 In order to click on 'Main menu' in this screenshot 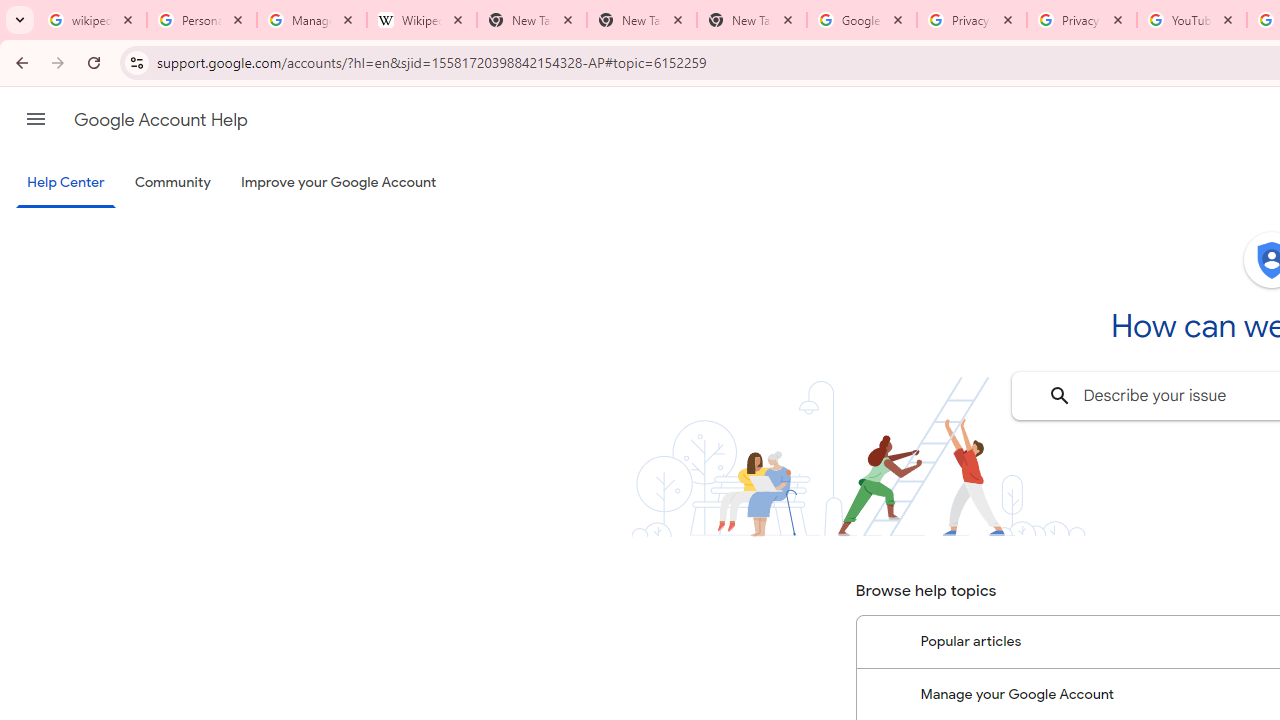, I will do `click(35, 119)`.